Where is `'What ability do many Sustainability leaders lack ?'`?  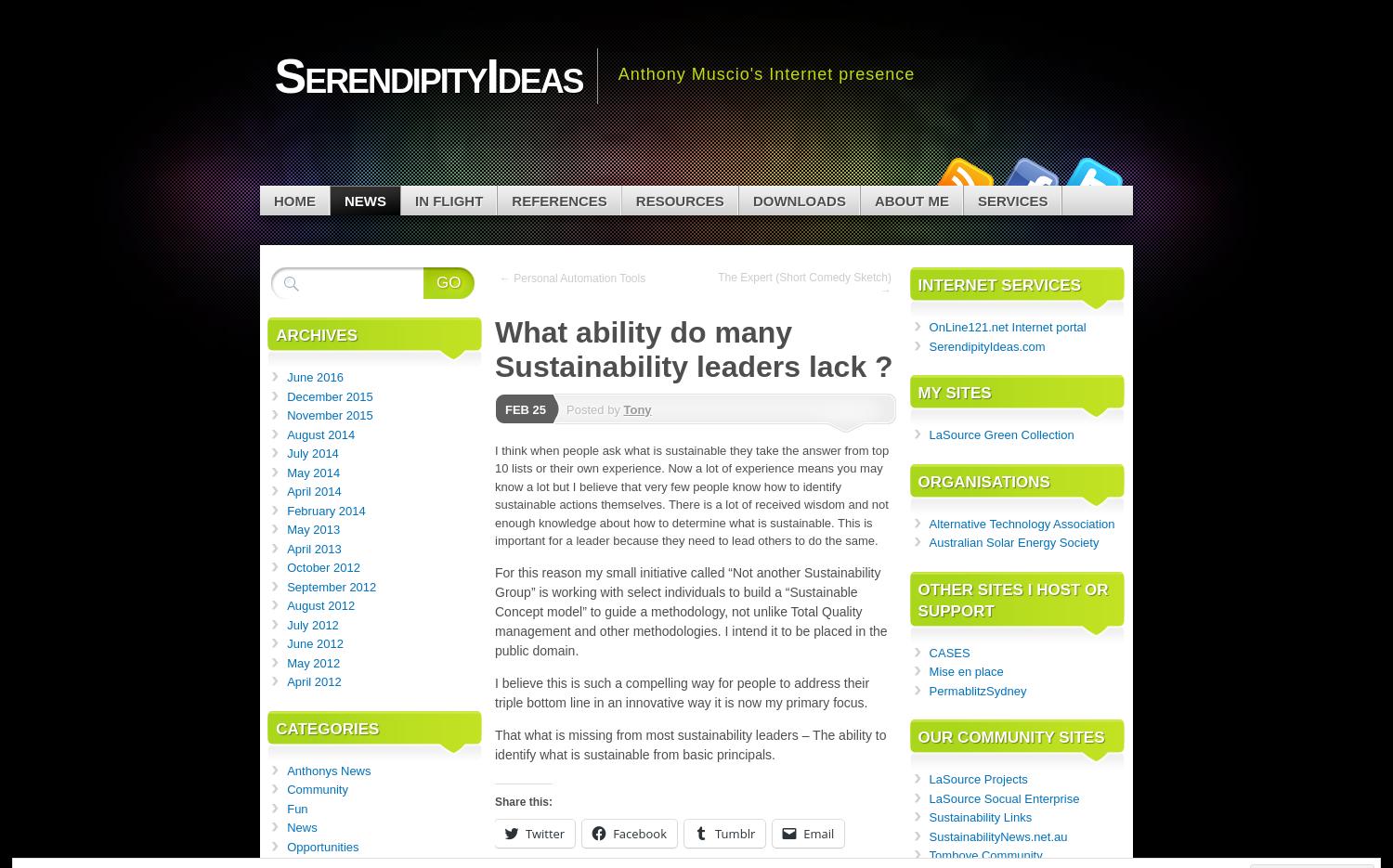 'What ability do many Sustainability leaders lack ?' is located at coordinates (494, 348).